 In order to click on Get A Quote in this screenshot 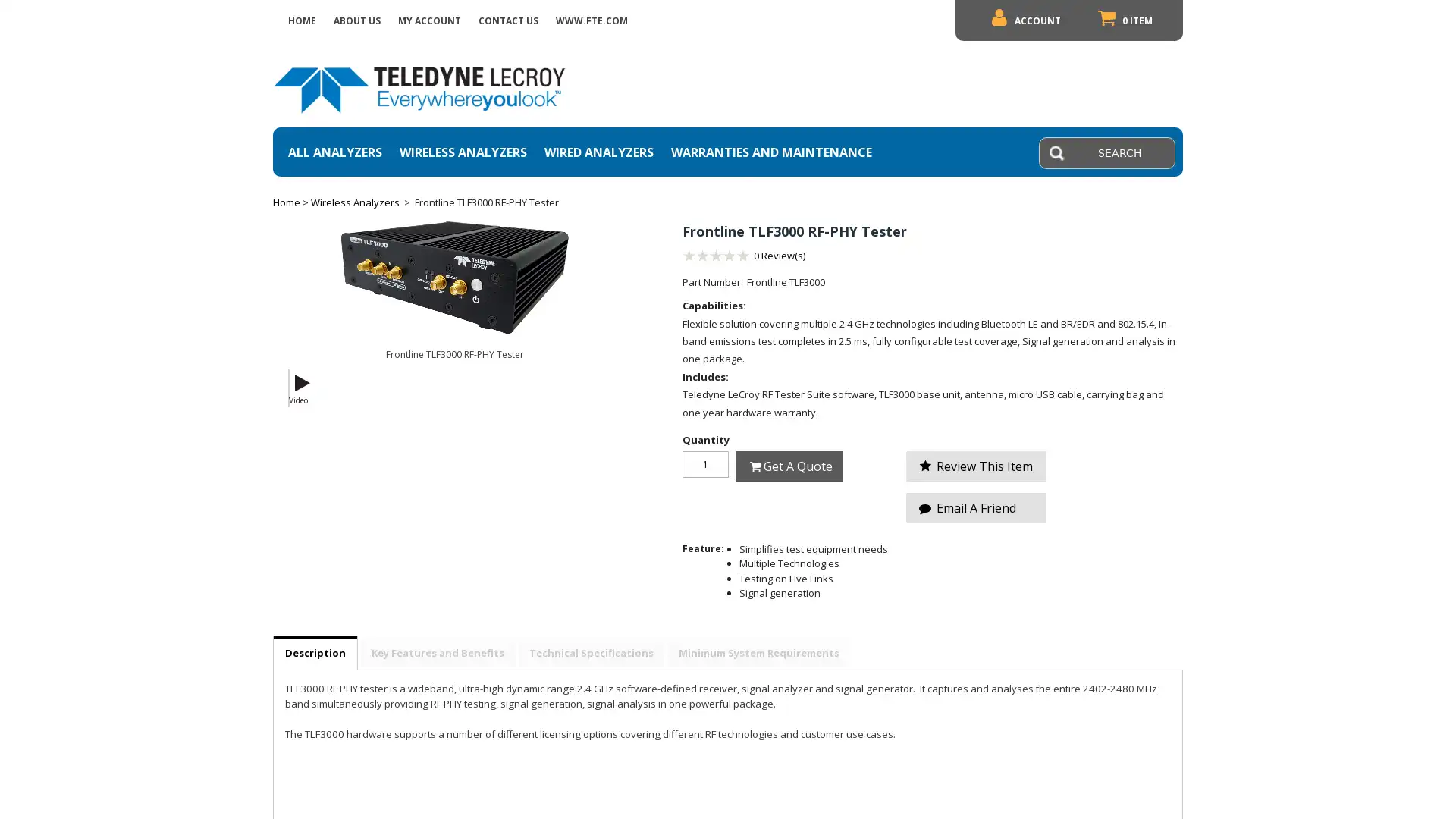, I will do `click(789, 465)`.